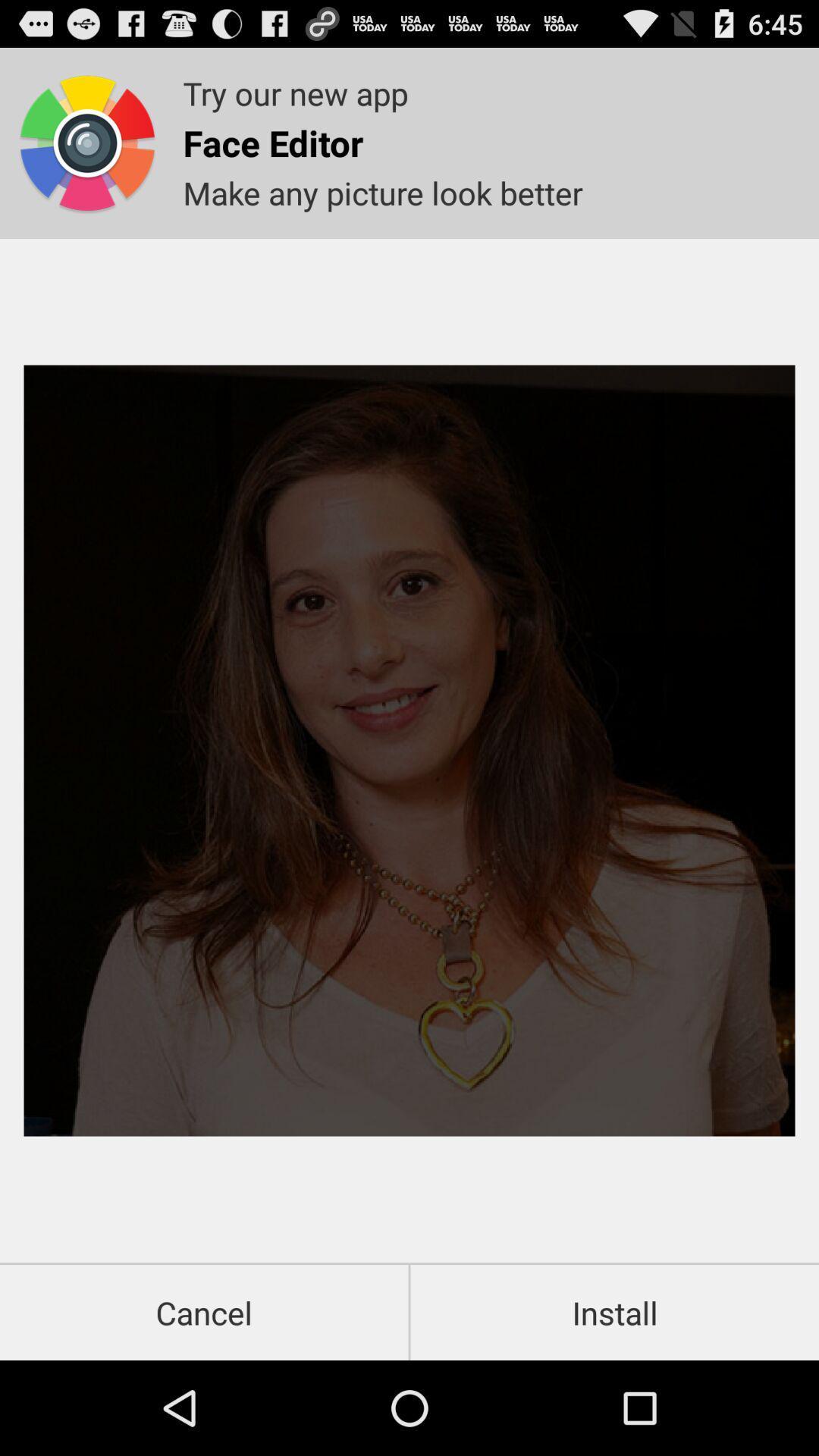 This screenshot has width=819, height=1456. What do you see at coordinates (614, 1312) in the screenshot?
I see `install` at bounding box center [614, 1312].